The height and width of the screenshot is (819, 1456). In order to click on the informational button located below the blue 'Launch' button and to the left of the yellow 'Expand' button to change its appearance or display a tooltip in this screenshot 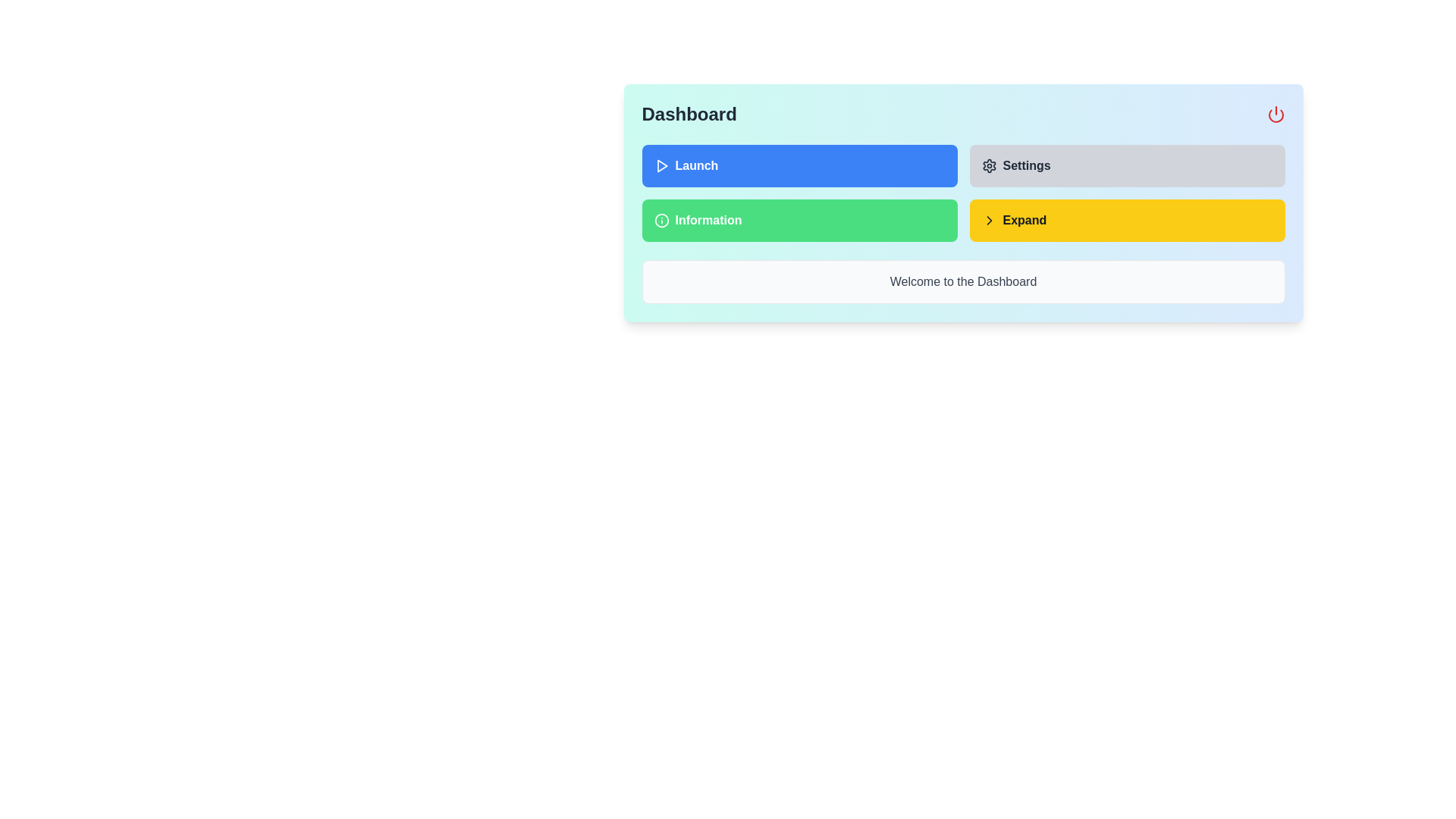, I will do `click(799, 220)`.